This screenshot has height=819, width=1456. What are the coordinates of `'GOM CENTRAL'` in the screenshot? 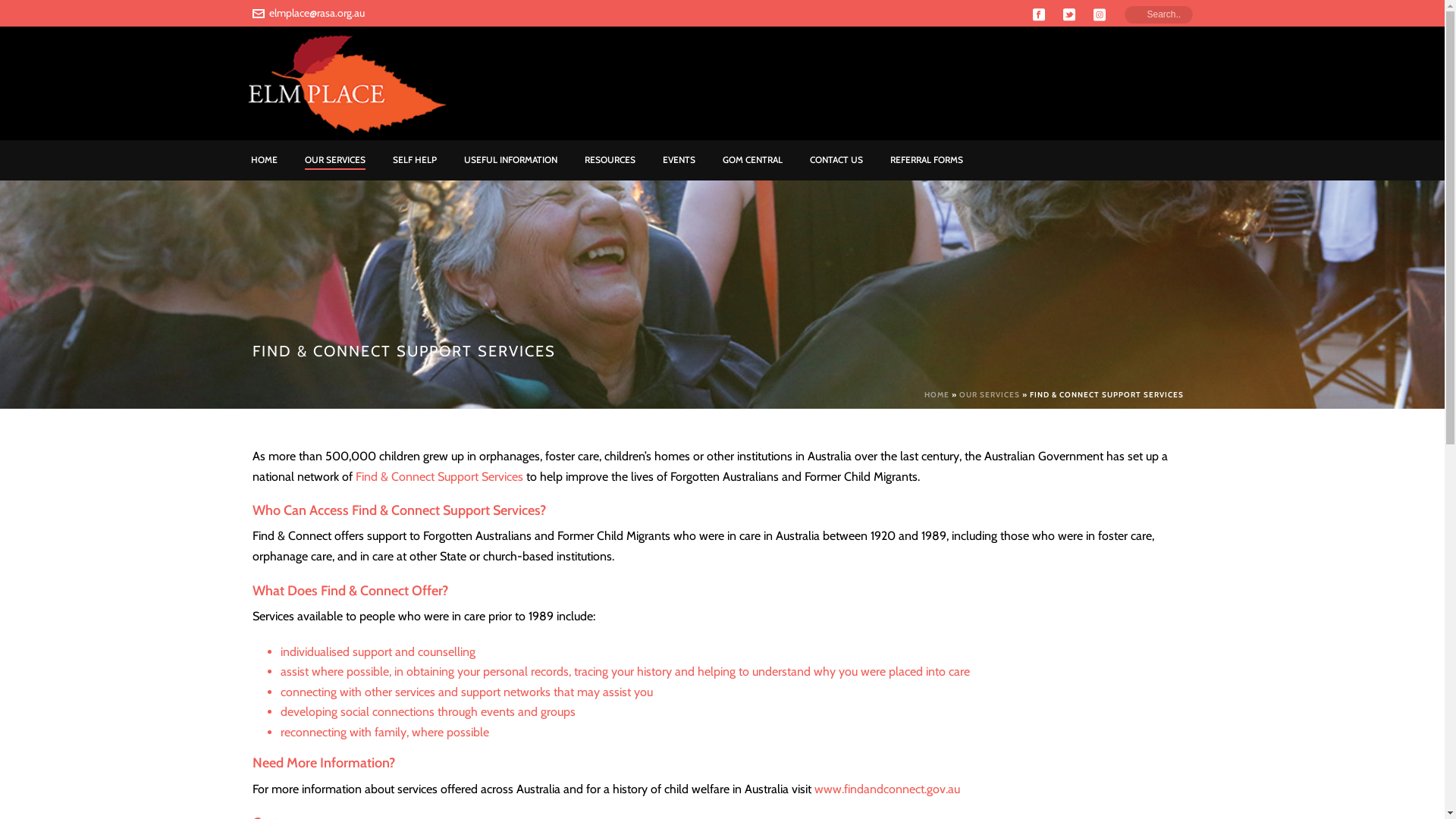 It's located at (752, 160).